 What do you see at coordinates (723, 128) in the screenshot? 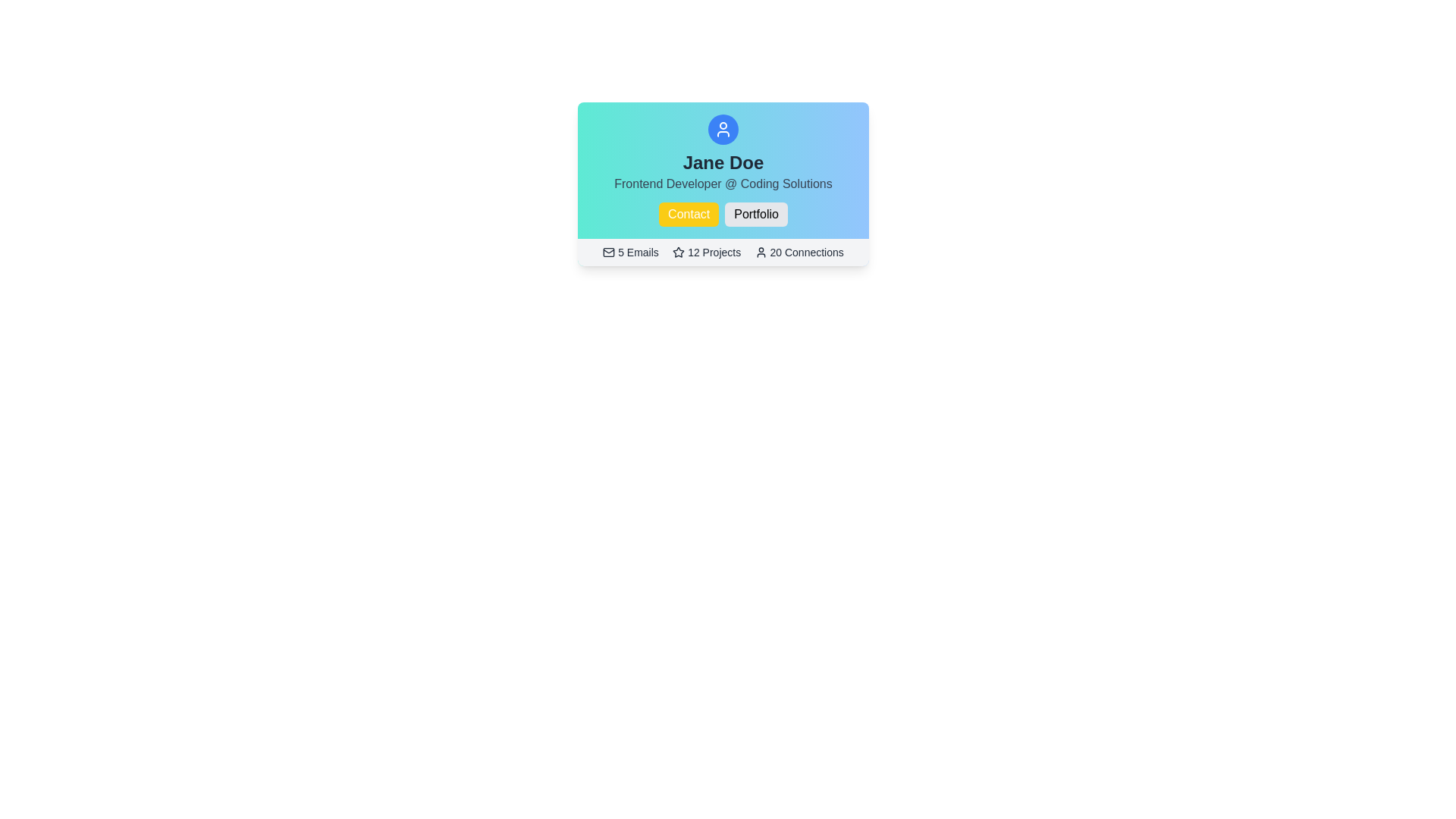
I see `the Avatar icon containing a user symbol, displayed in white on a blue background, located above the text 'Jane Doe' within the card component` at bounding box center [723, 128].